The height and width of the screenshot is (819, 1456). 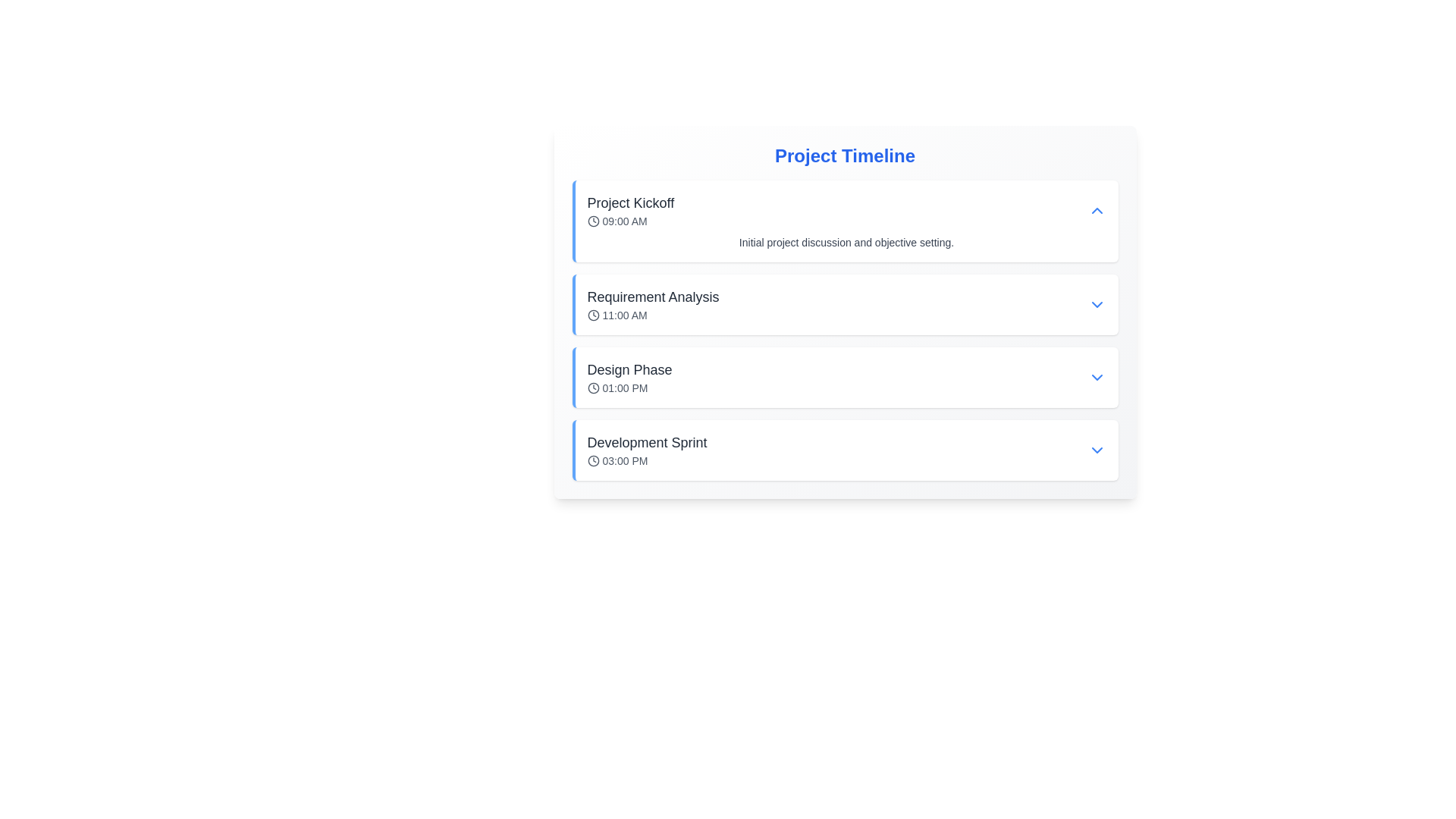 What do you see at coordinates (592, 315) in the screenshot?
I see `the circular graphical element indicating part of a clock icon associated with the 'Requirement Analysis' timeline marker` at bounding box center [592, 315].